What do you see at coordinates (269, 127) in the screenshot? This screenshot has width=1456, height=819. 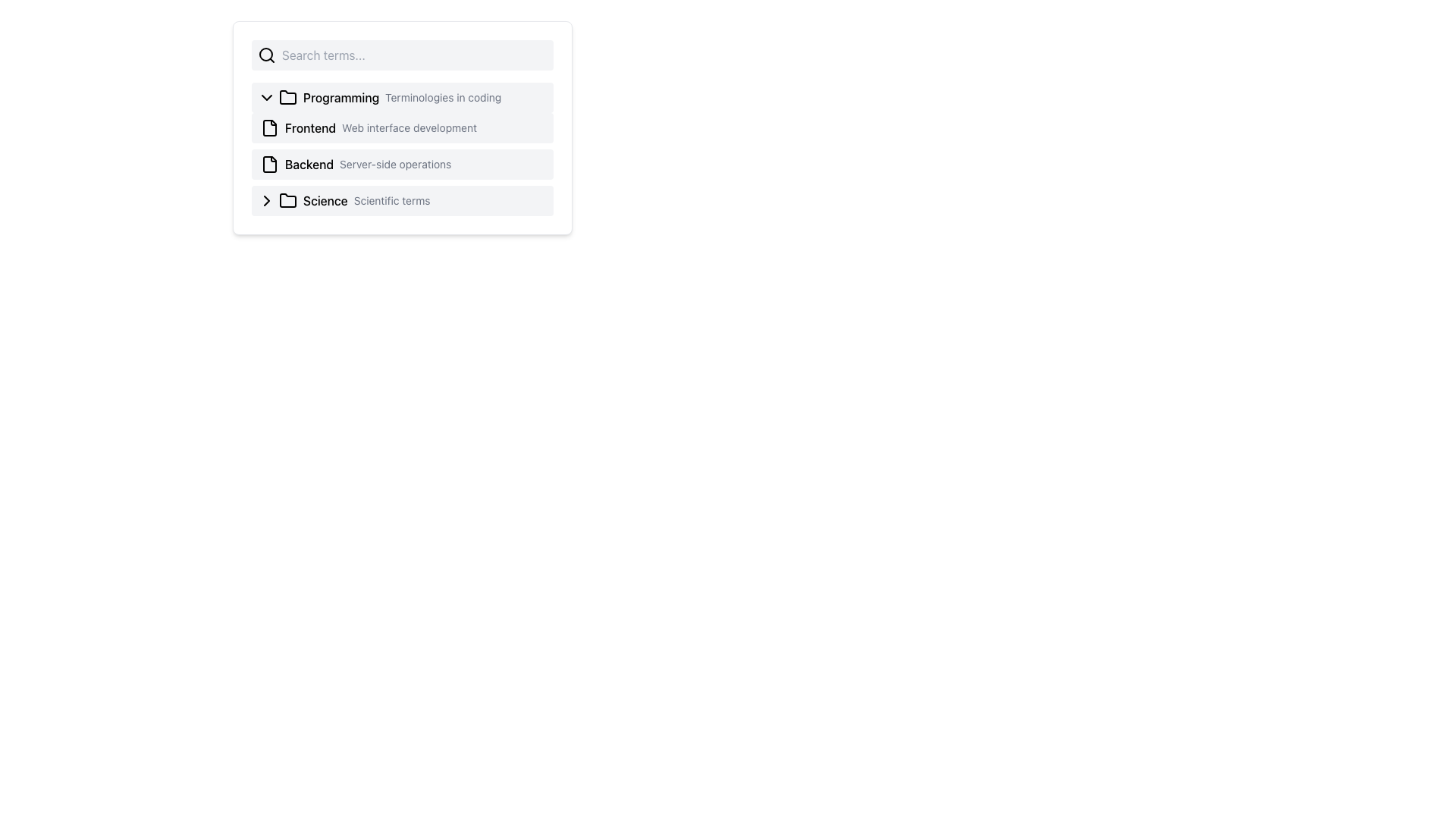 I see `the document icon located to the left of the text 'Frontend' in the second row of the main UI list to interact with it or reveal related actions` at bounding box center [269, 127].